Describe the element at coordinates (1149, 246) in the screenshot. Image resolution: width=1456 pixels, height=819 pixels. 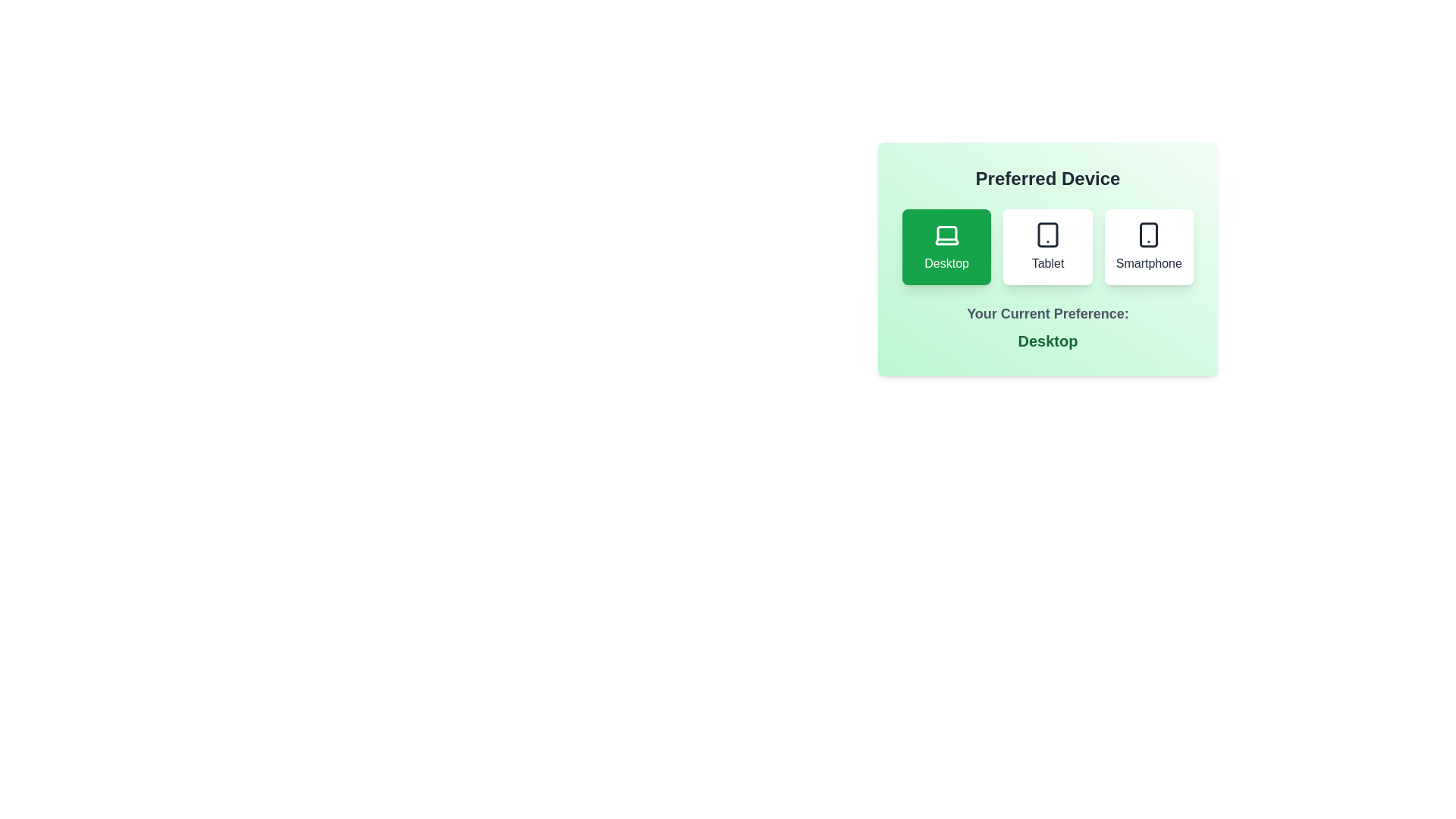
I see `the device preference by clicking the Smartphone button` at that location.